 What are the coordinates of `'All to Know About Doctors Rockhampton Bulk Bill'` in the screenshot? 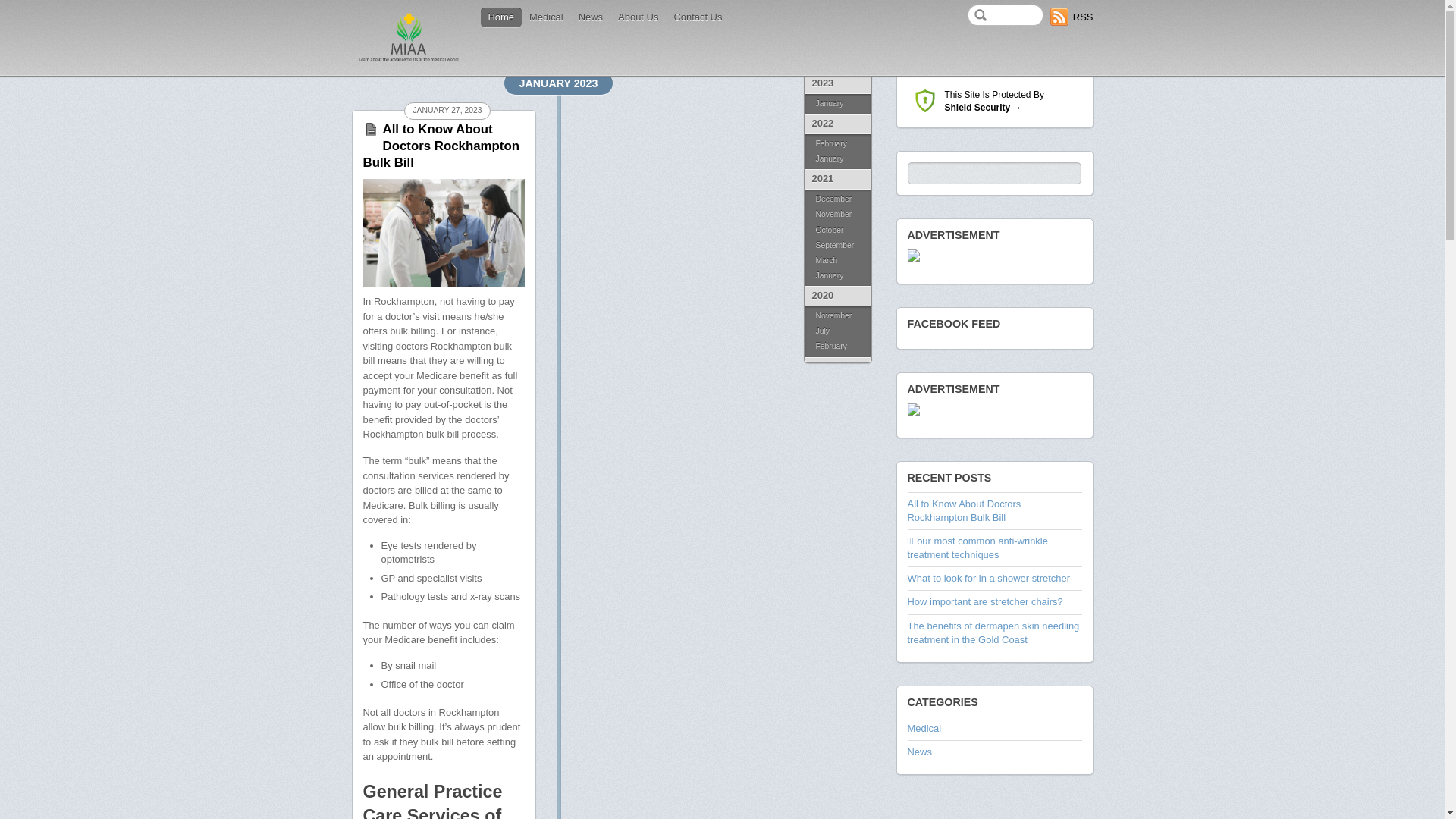 It's located at (439, 146).